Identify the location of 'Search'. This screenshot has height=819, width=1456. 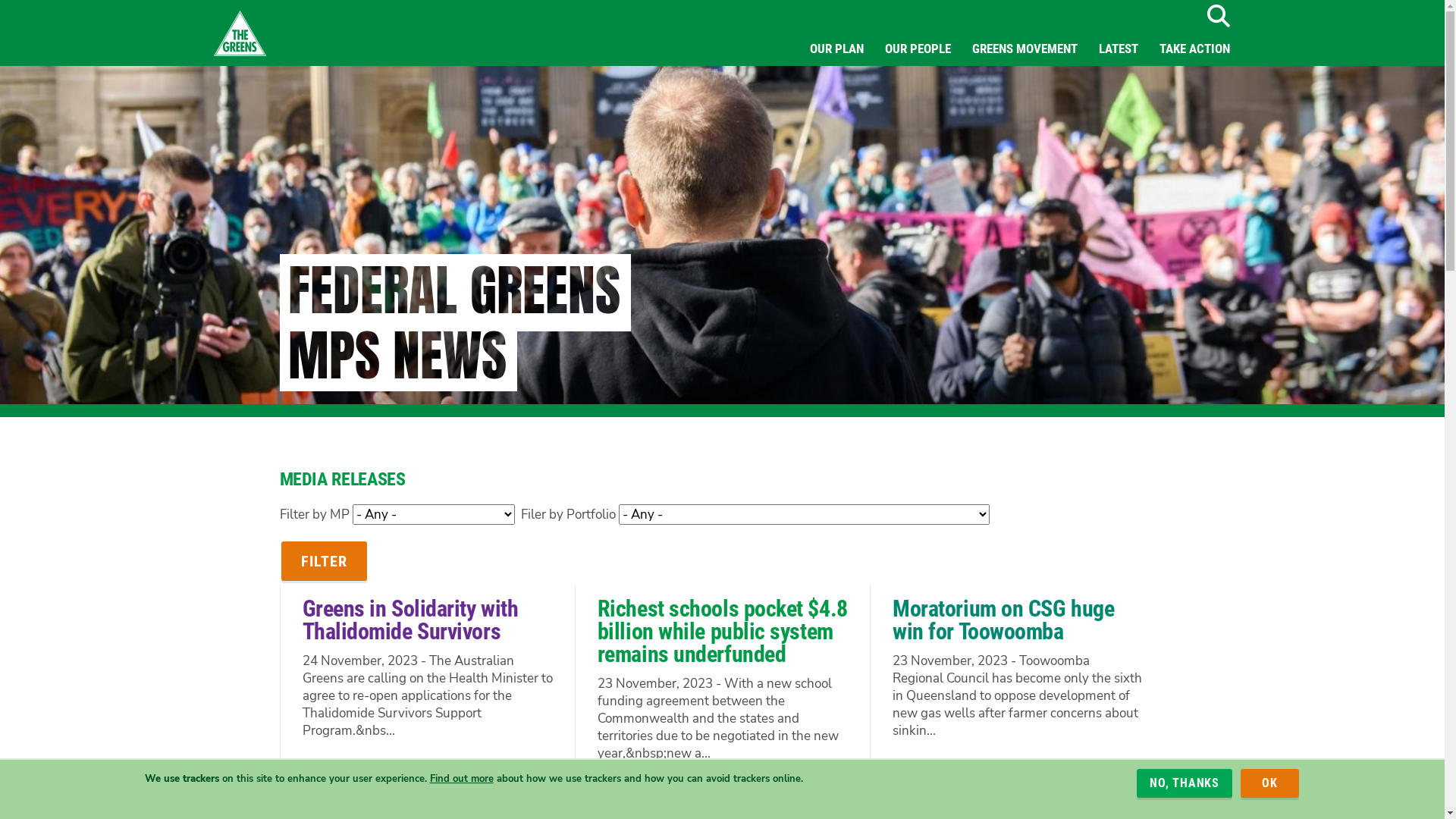
(1217, 15).